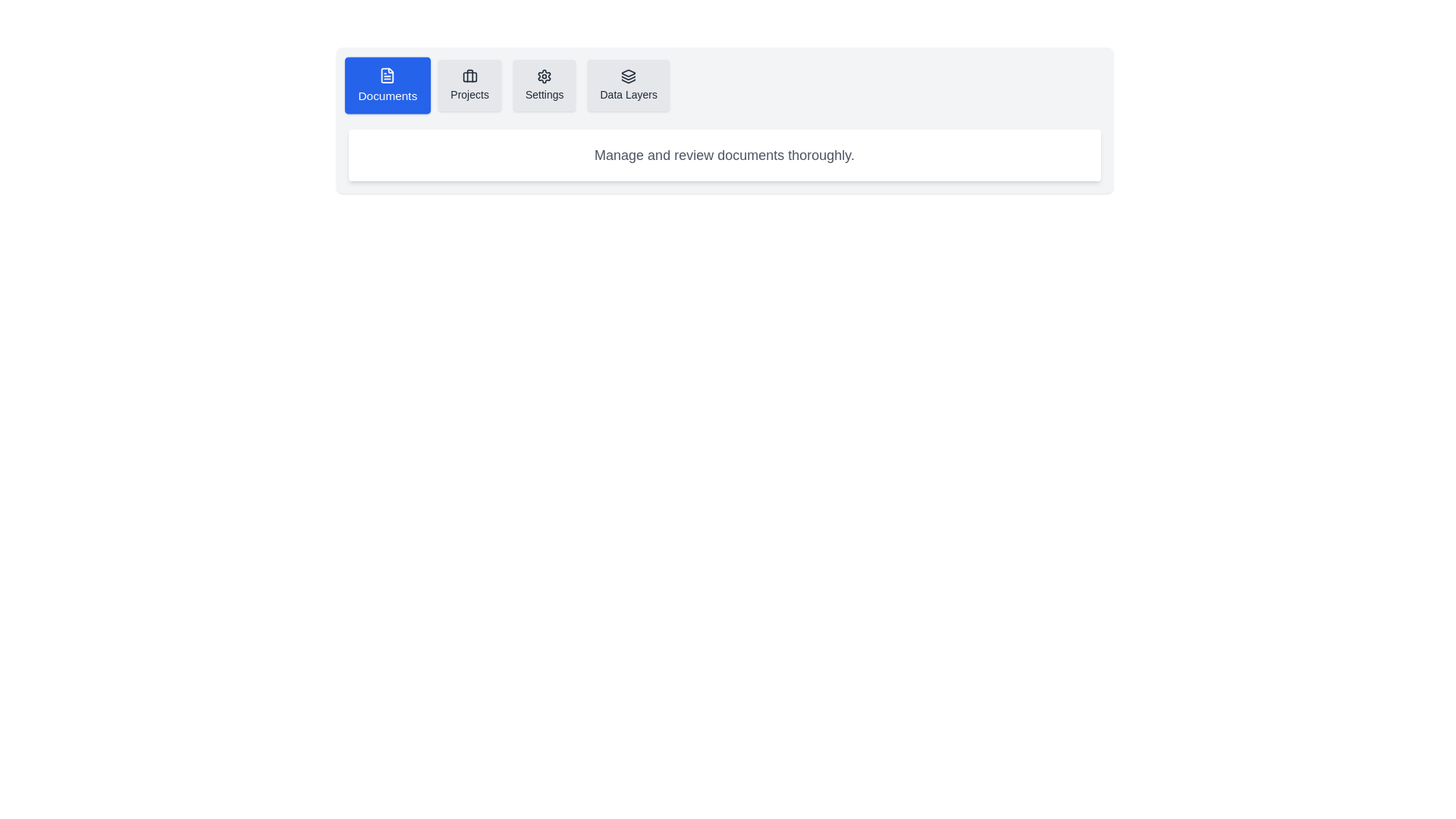 The width and height of the screenshot is (1456, 819). What do you see at coordinates (629, 85) in the screenshot?
I see `the tab labeled Data Layers` at bounding box center [629, 85].